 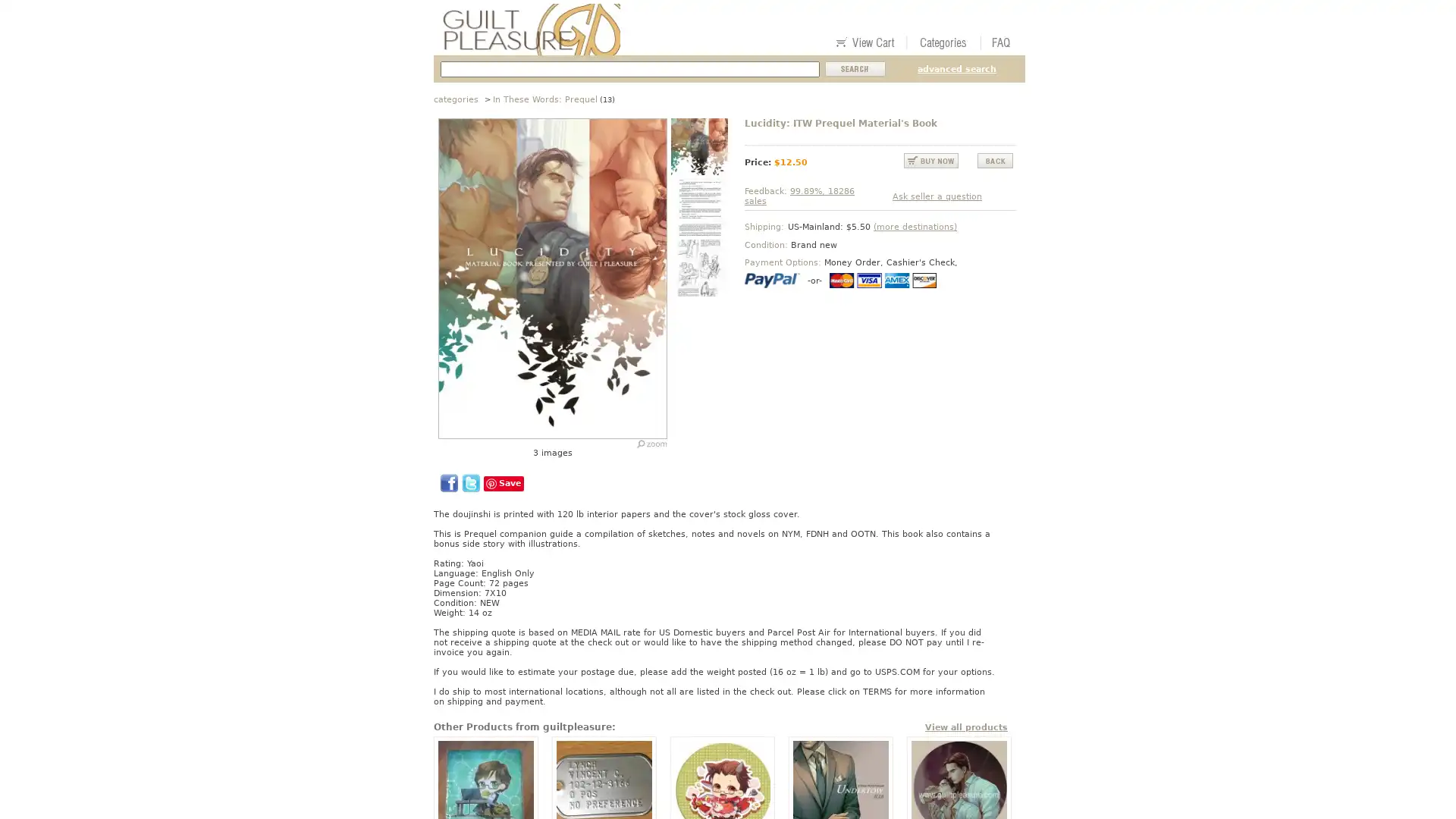 What do you see at coordinates (855, 69) in the screenshot?
I see `Submit` at bounding box center [855, 69].